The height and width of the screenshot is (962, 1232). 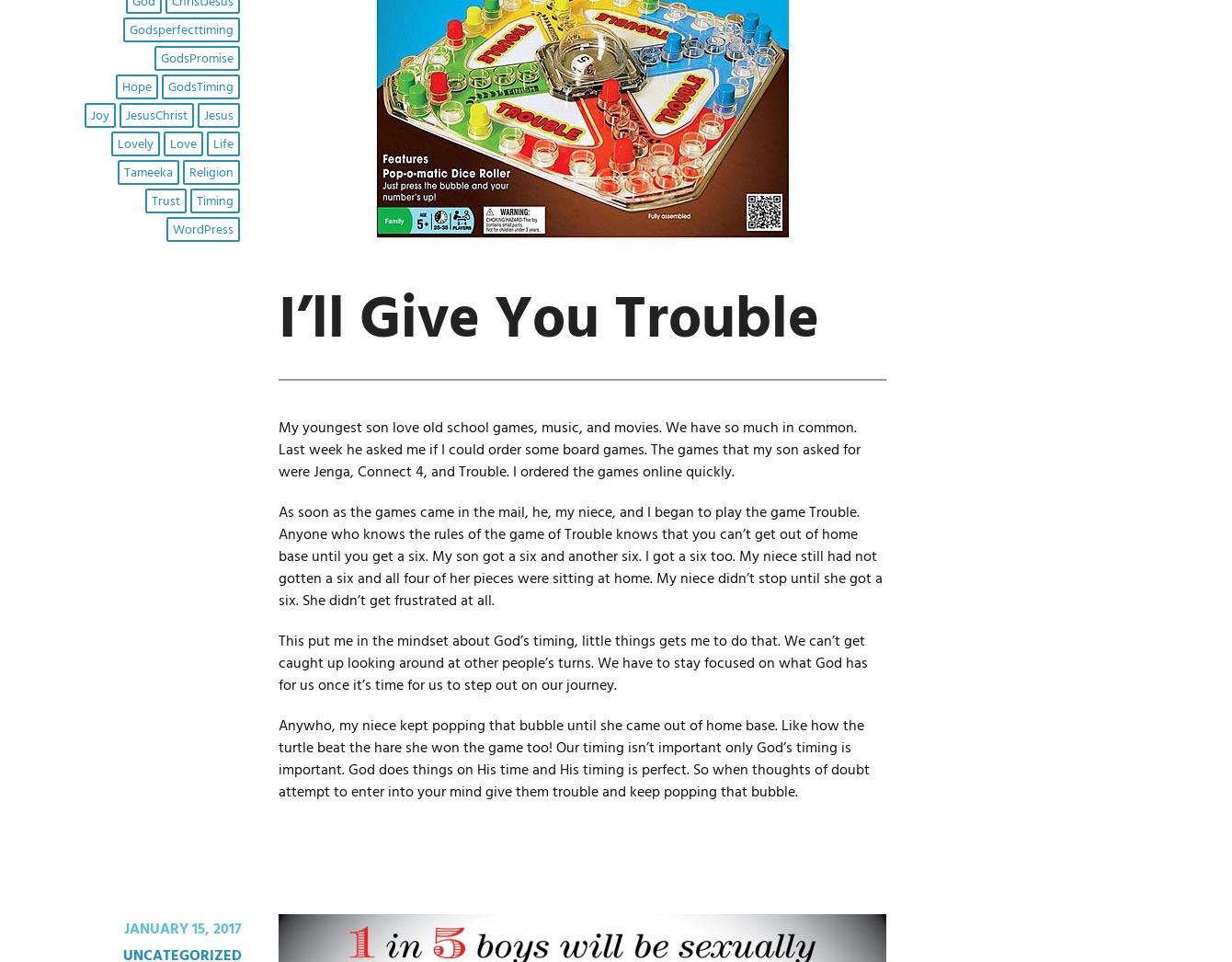 What do you see at coordinates (195, 58) in the screenshot?
I see `'GodsPromise'` at bounding box center [195, 58].